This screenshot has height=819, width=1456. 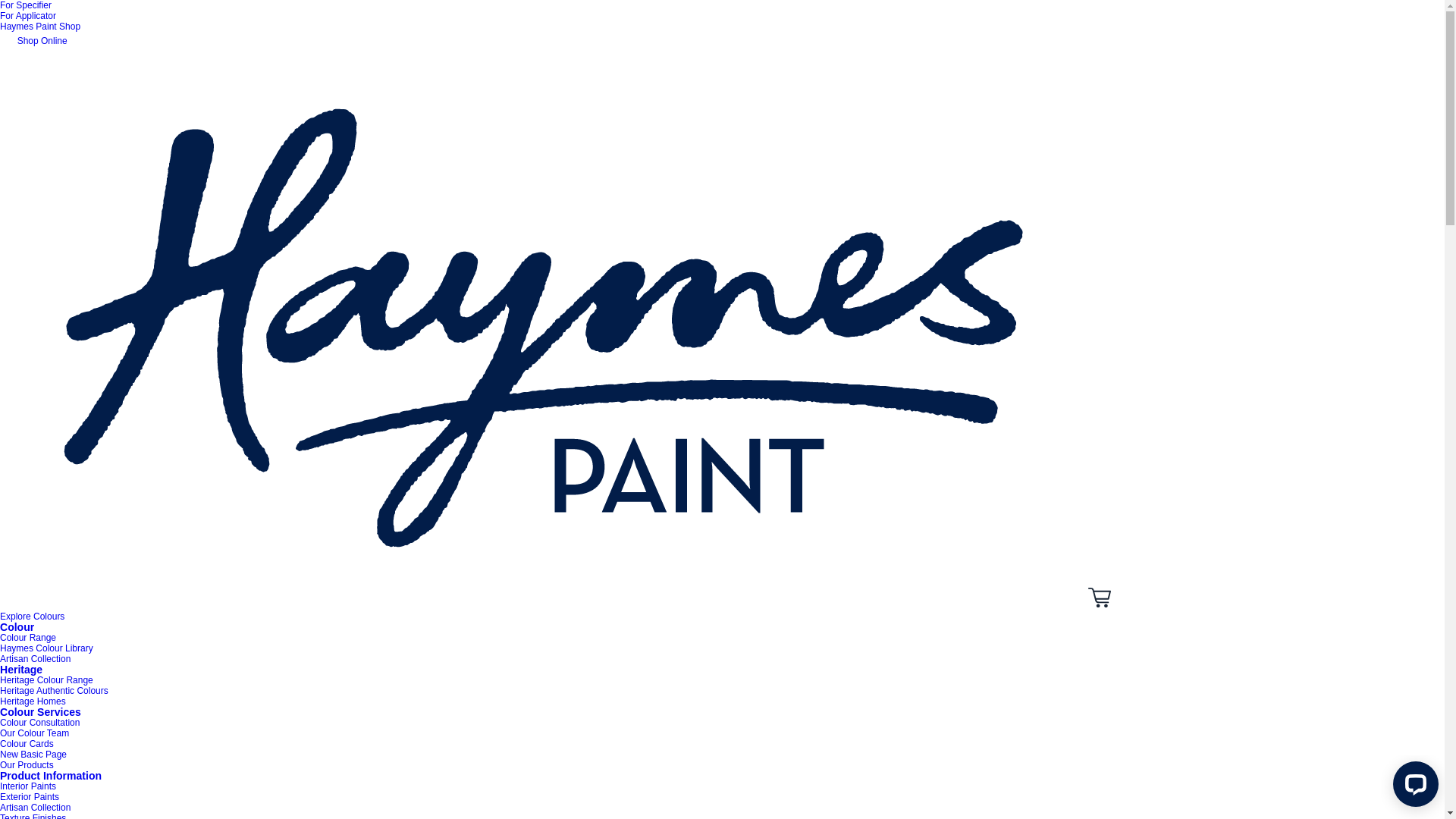 What do you see at coordinates (0, 701) in the screenshot?
I see `'Heritage Homes'` at bounding box center [0, 701].